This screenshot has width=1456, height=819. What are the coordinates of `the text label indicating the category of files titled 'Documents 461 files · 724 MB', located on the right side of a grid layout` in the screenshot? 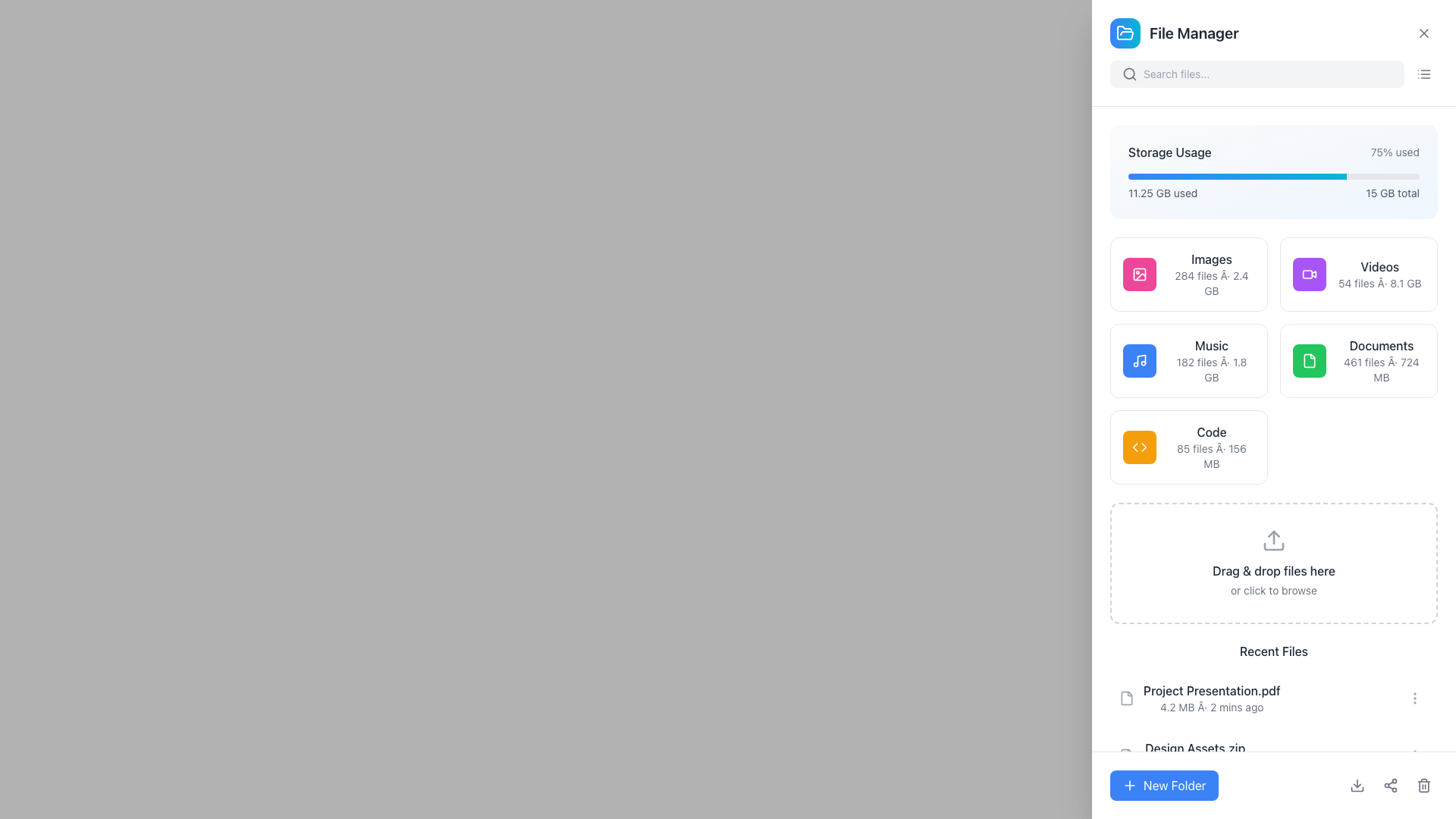 It's located at (1382, 345).